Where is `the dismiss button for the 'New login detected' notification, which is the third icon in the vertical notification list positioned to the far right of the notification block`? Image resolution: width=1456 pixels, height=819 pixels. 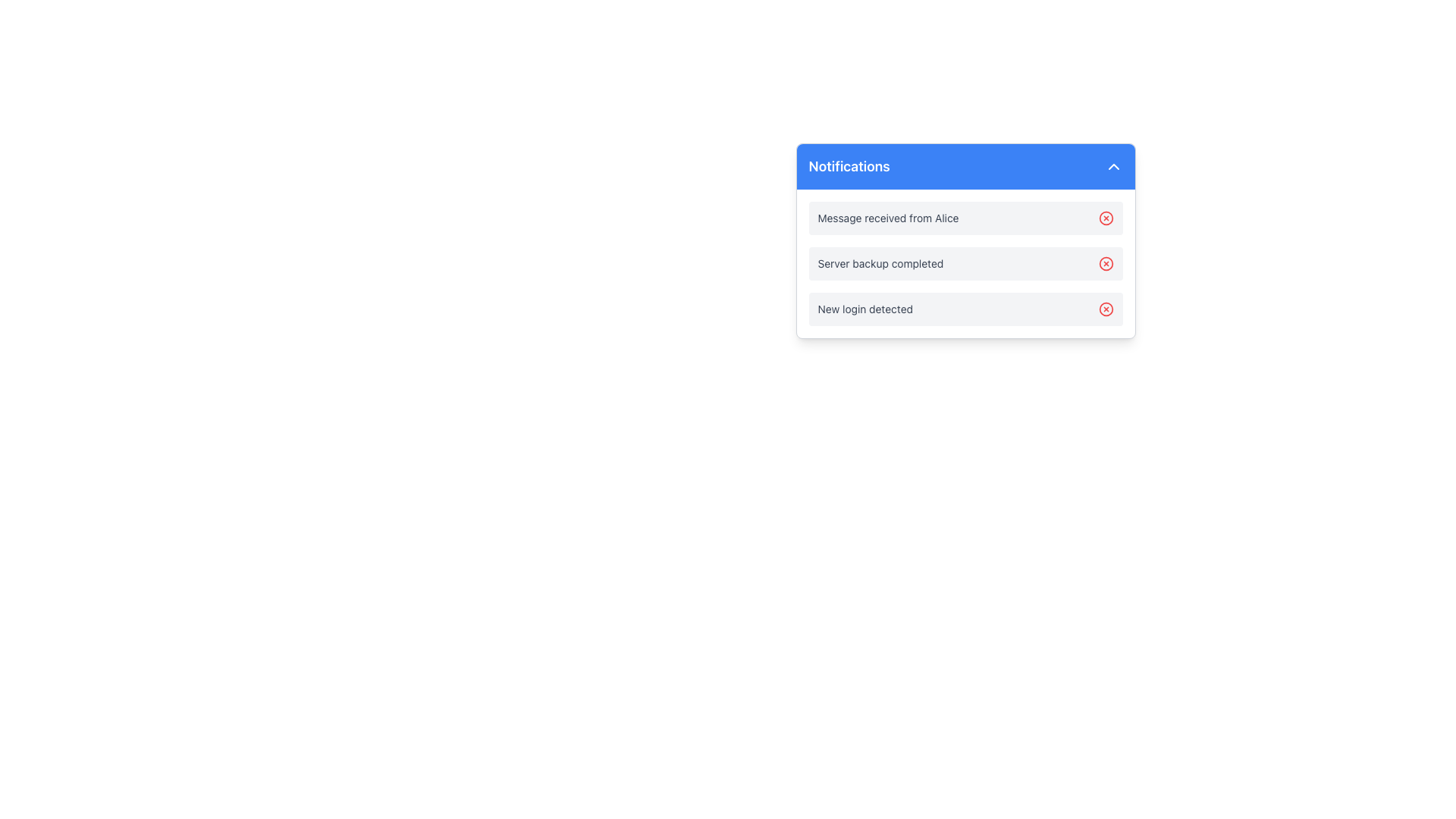
the dismiss button for the 'New login detected' notification, which is the third icon in the vertical notification list positioned to the far right of the notification block is located at coordinates (1106, 309).